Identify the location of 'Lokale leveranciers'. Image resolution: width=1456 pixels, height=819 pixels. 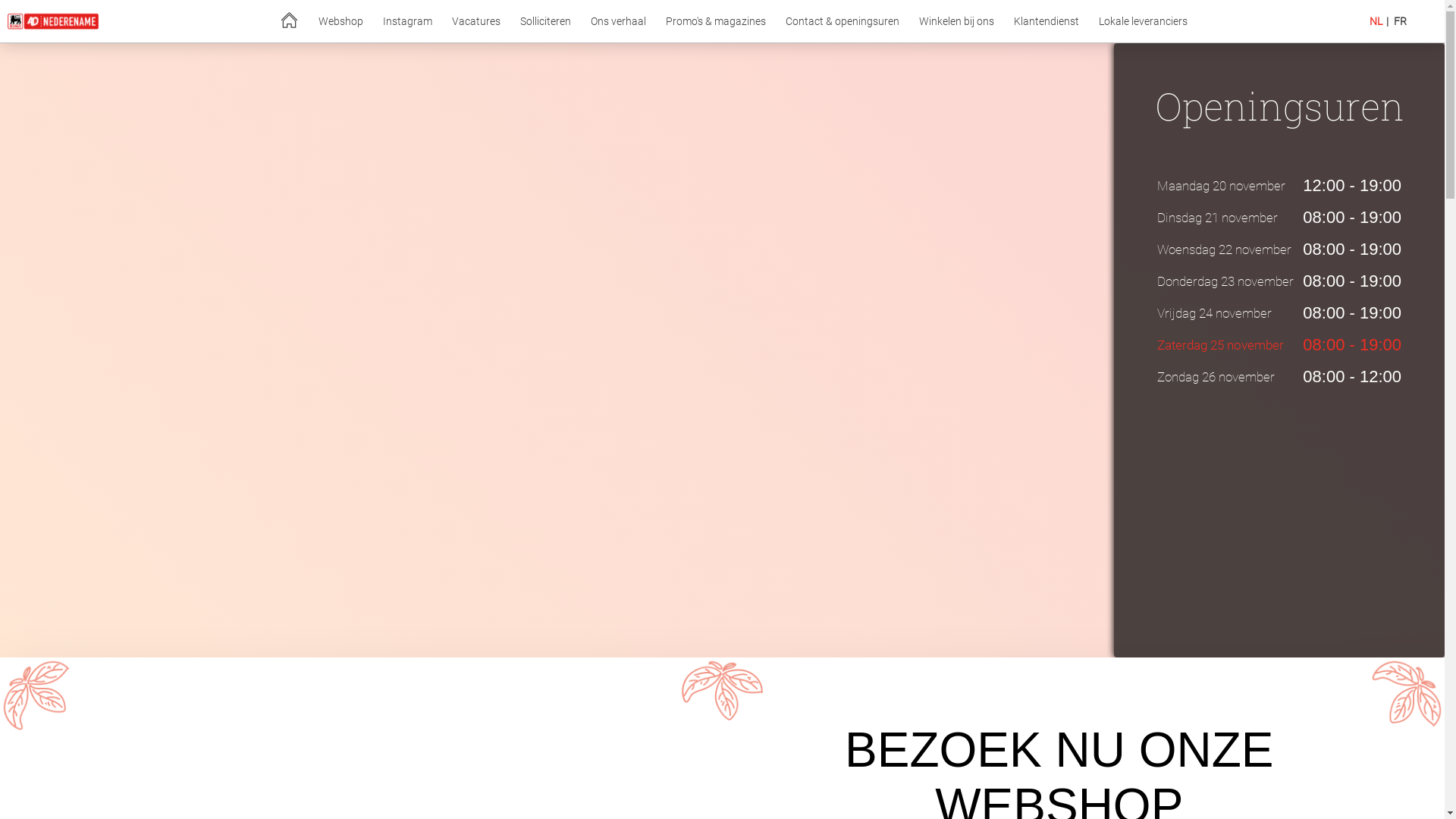
(1143, 20).